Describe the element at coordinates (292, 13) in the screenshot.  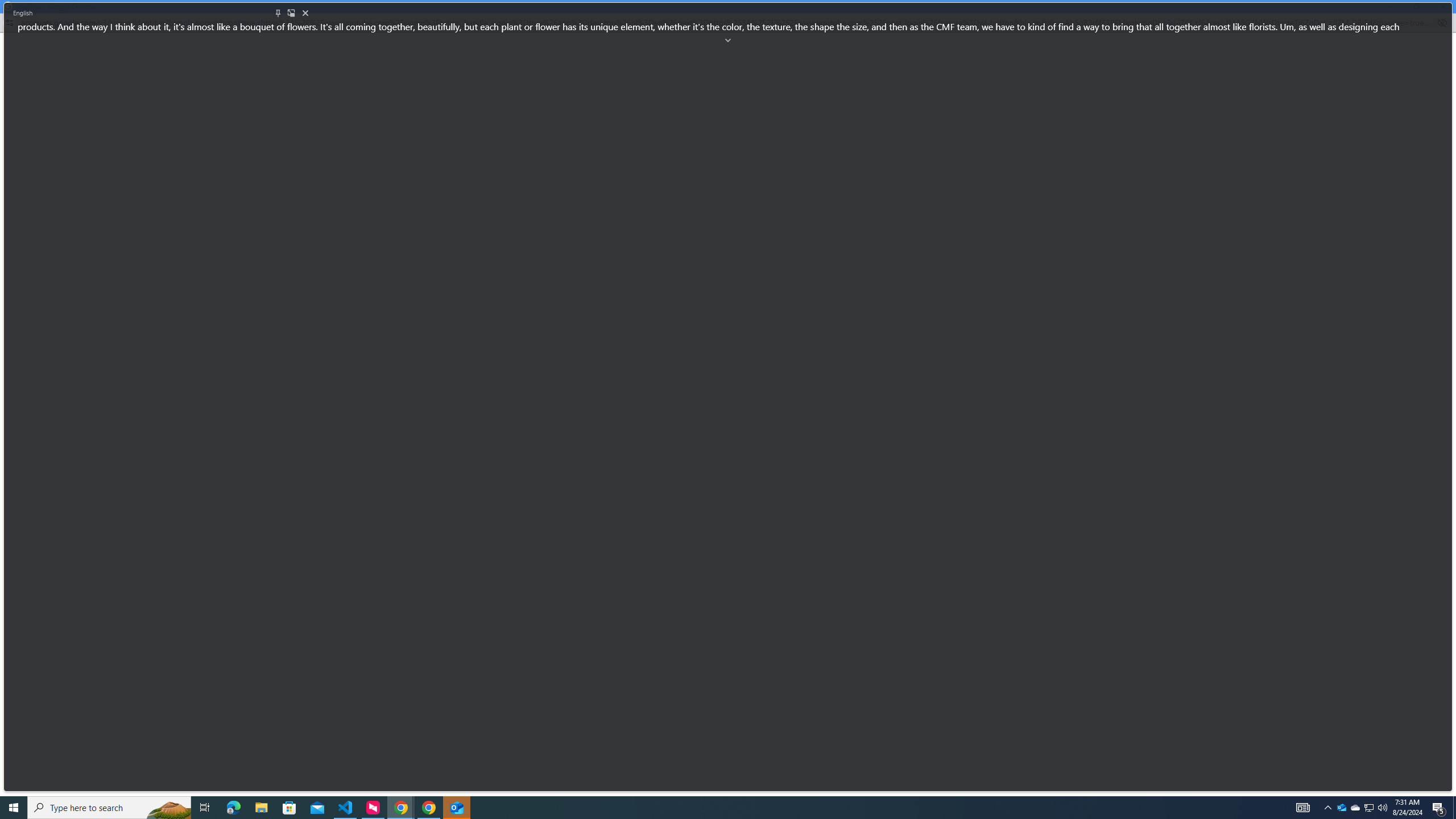
I see `'Back to tab'` at that location.